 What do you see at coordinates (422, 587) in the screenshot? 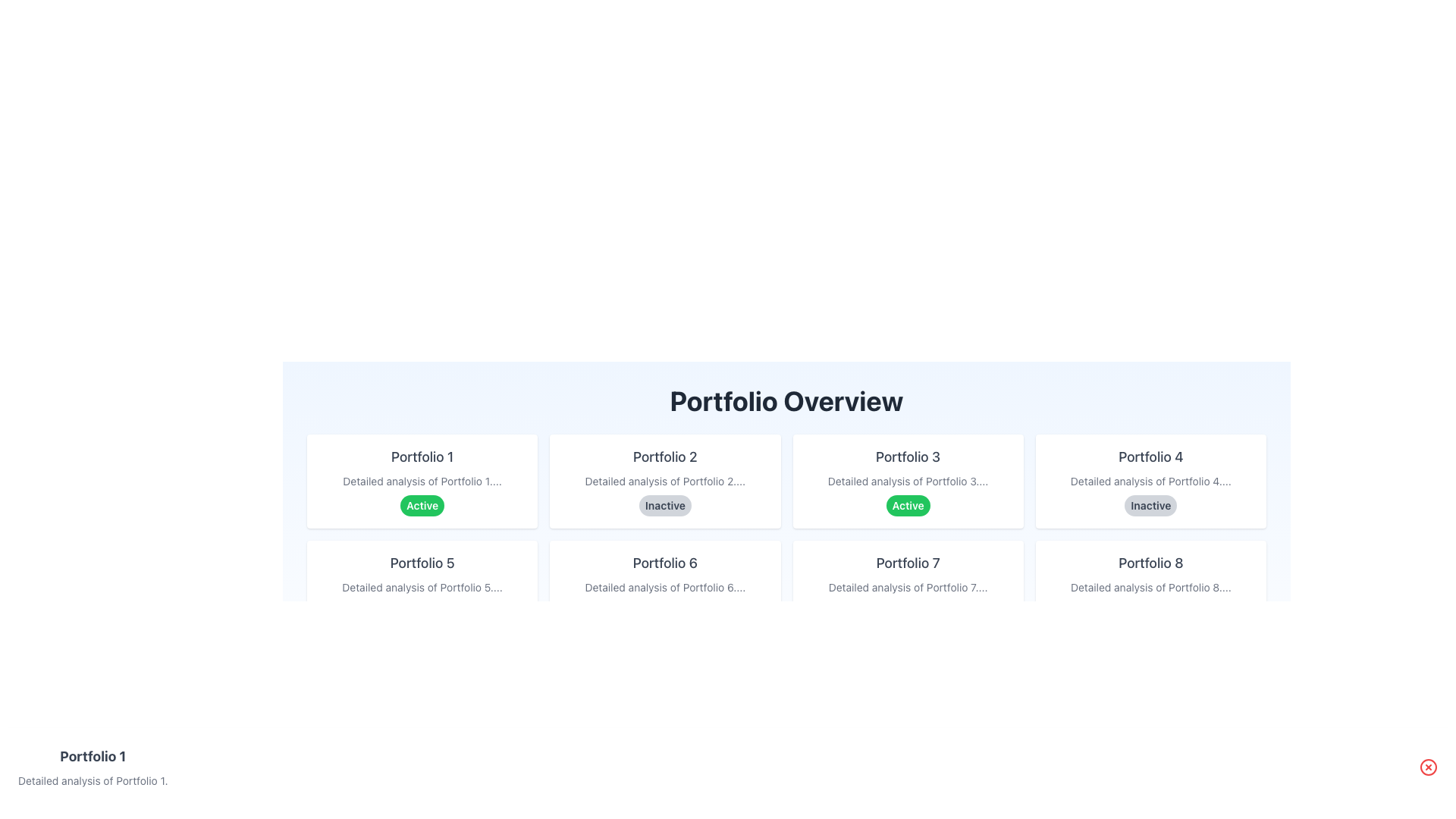
I see `the static text label that provides a brief description related to 'Portfolio 5', located below the title and above the status badge 'Active'` at bounding box center [422, 587].